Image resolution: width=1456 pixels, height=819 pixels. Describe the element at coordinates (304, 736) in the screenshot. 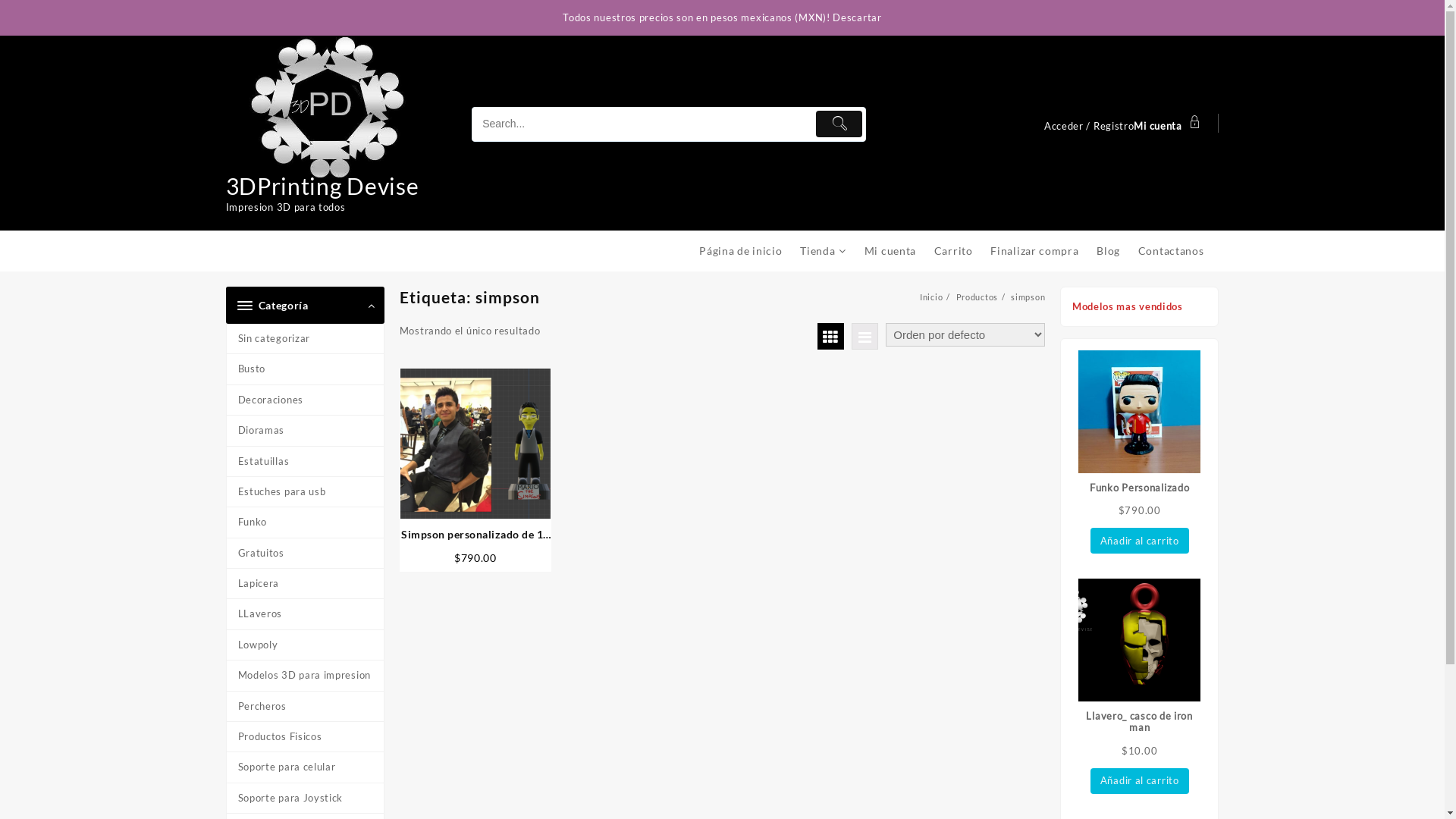

I see `'Productos Fisicos'` at that location.